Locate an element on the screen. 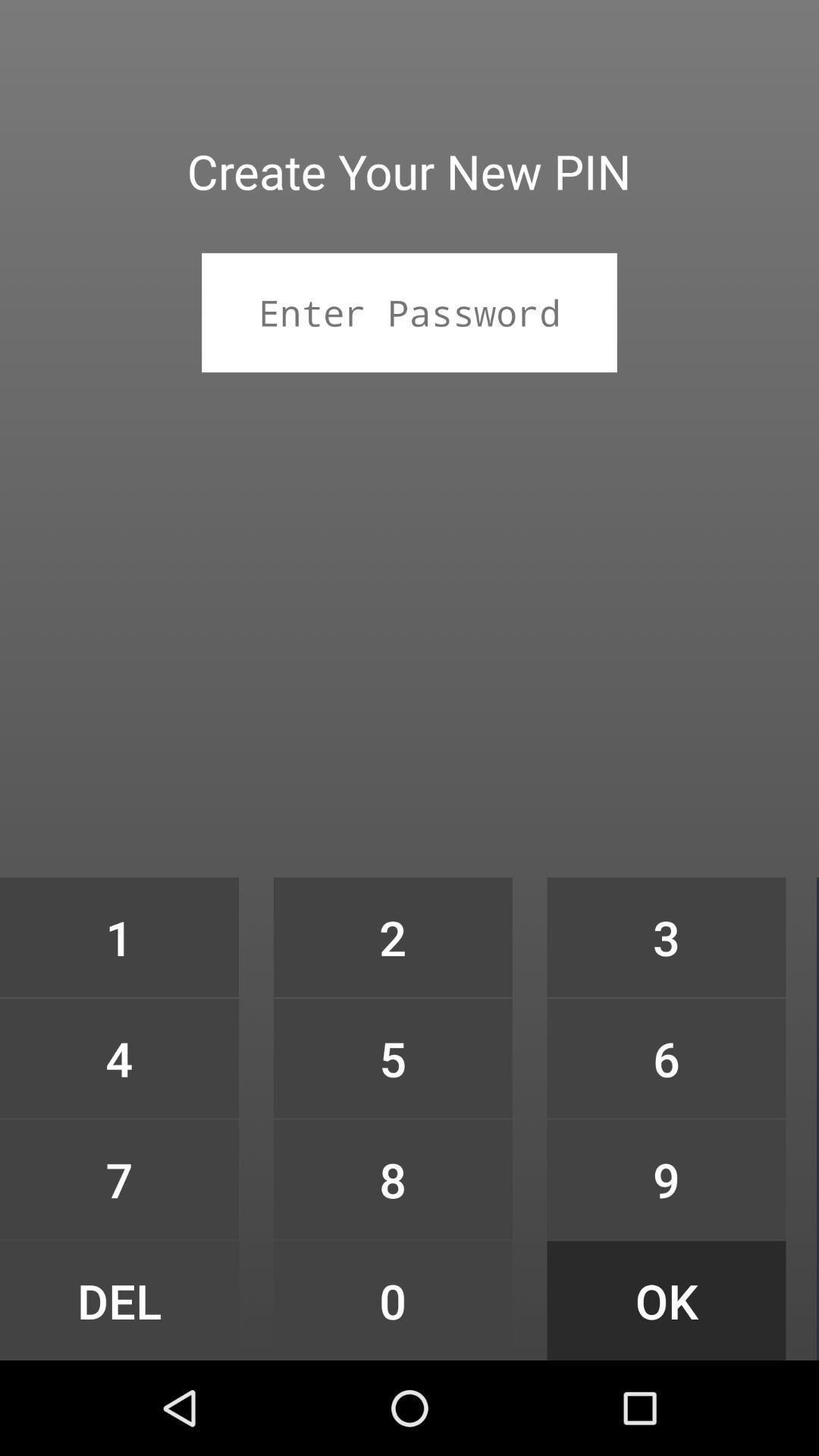 This screenshot has height=1456, width=819. the 9 item is located at coordinates (666, 1178).